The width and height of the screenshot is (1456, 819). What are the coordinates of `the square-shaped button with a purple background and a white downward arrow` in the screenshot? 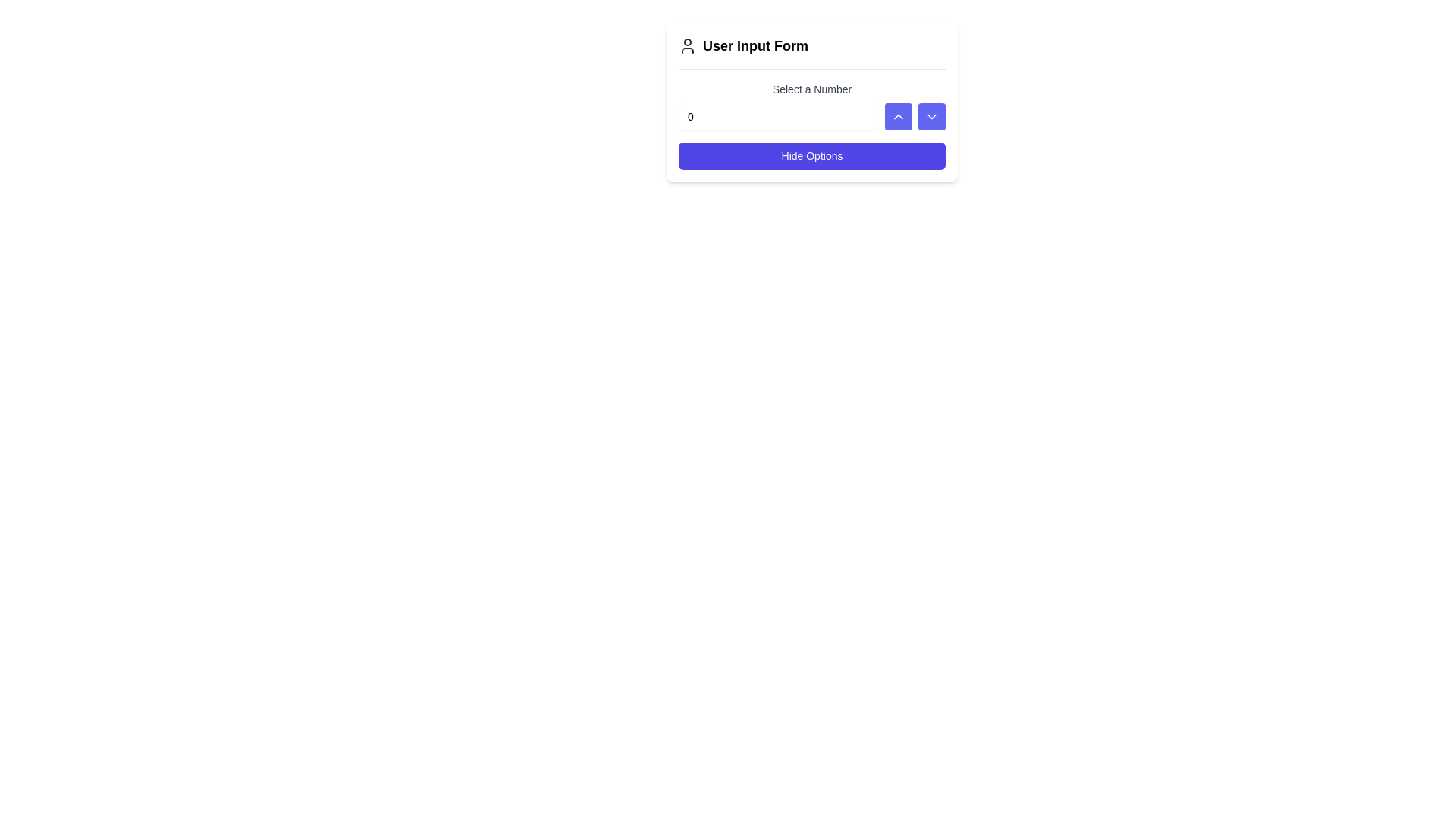 It's located at (930, 116).